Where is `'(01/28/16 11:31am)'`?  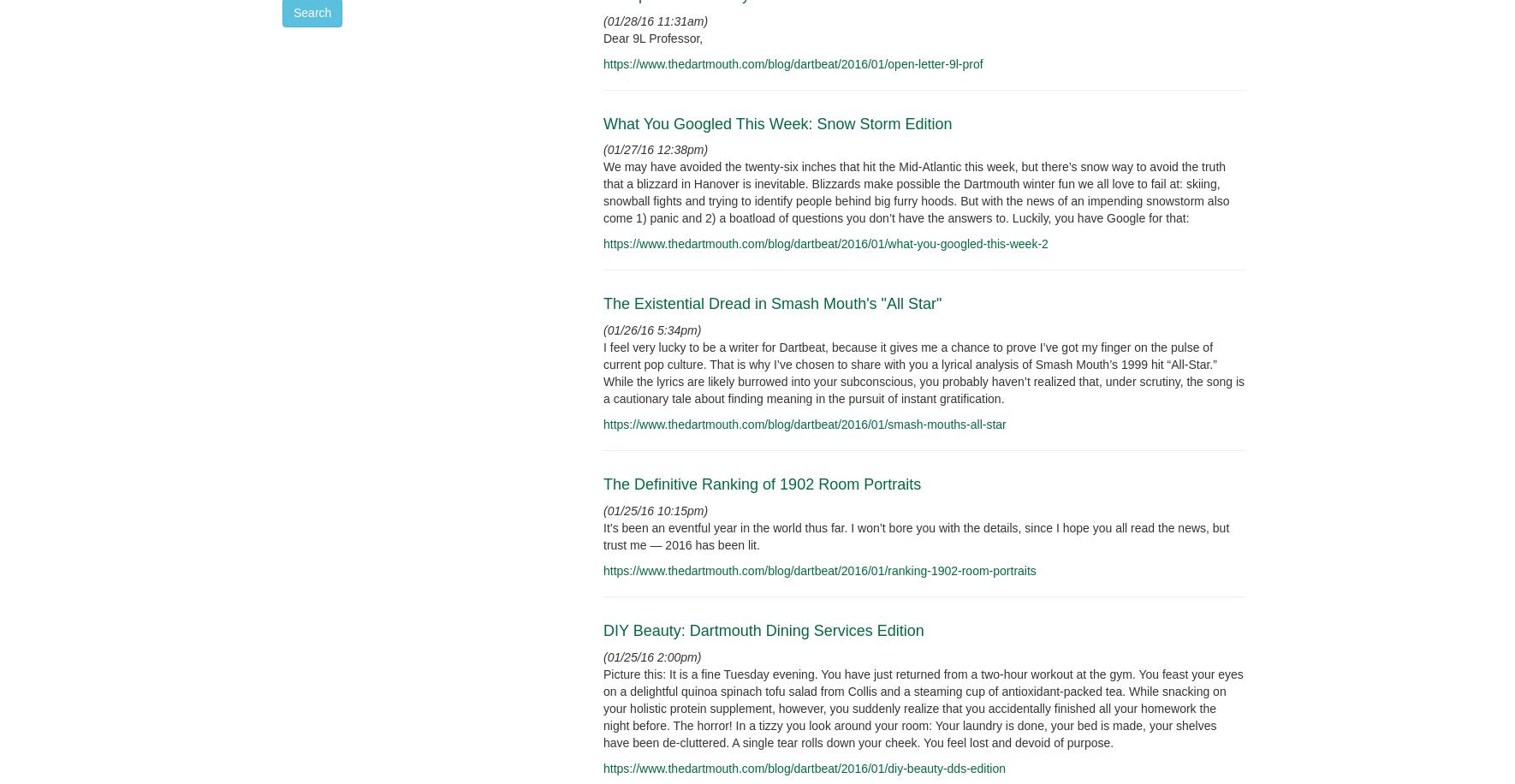
'(01/28/16 11:31am)' is located at coordinates (602, 20).